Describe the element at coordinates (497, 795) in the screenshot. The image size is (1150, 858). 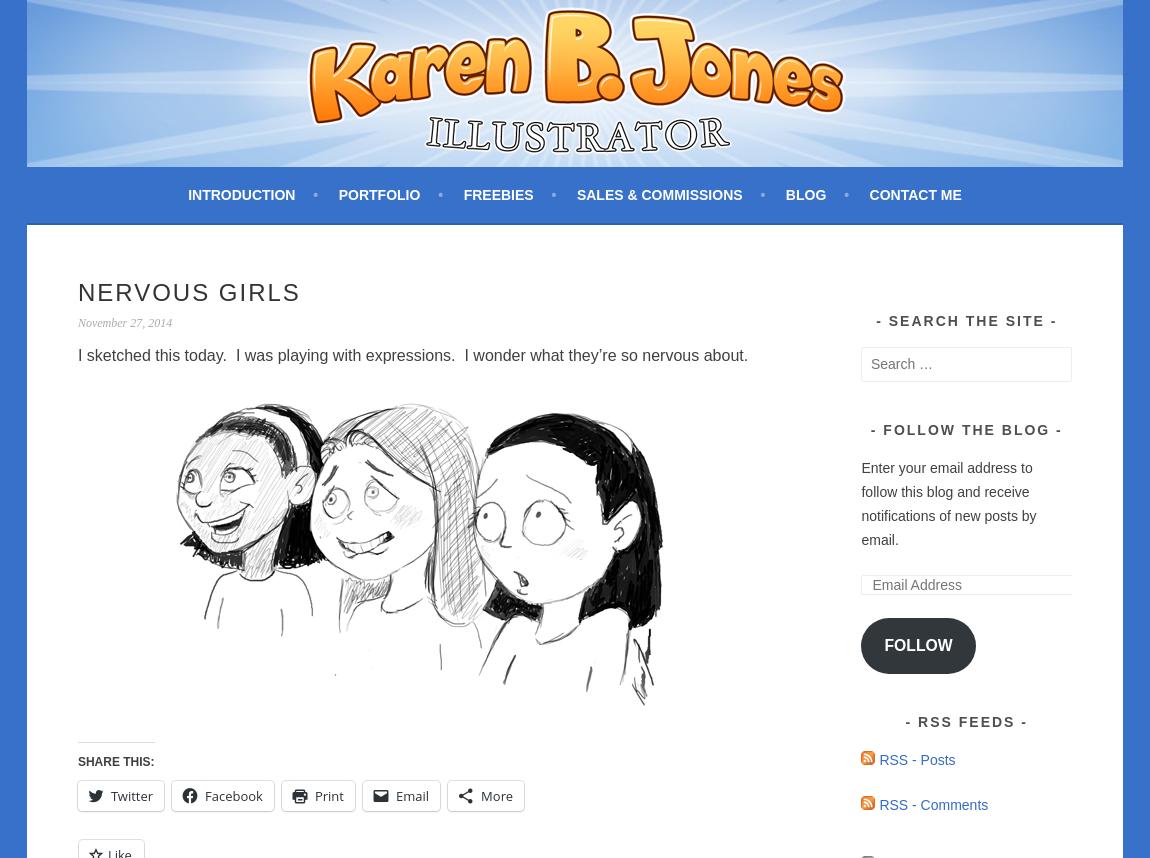
I see `'More'` at that location.